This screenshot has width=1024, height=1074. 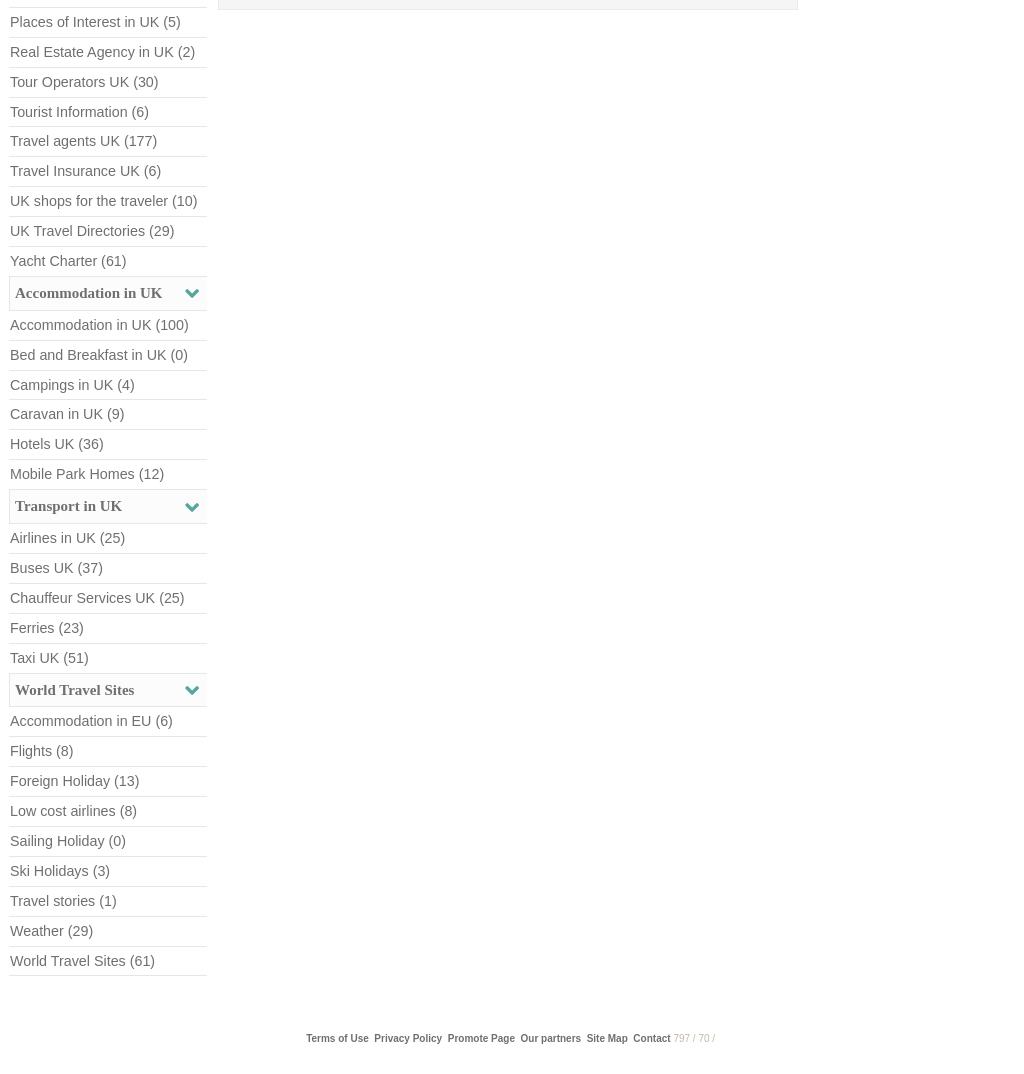 What do you see at coordinates (479, 1038) in the screenshot?
I see `'Promote Page'` at bounding box center [479, 1038].